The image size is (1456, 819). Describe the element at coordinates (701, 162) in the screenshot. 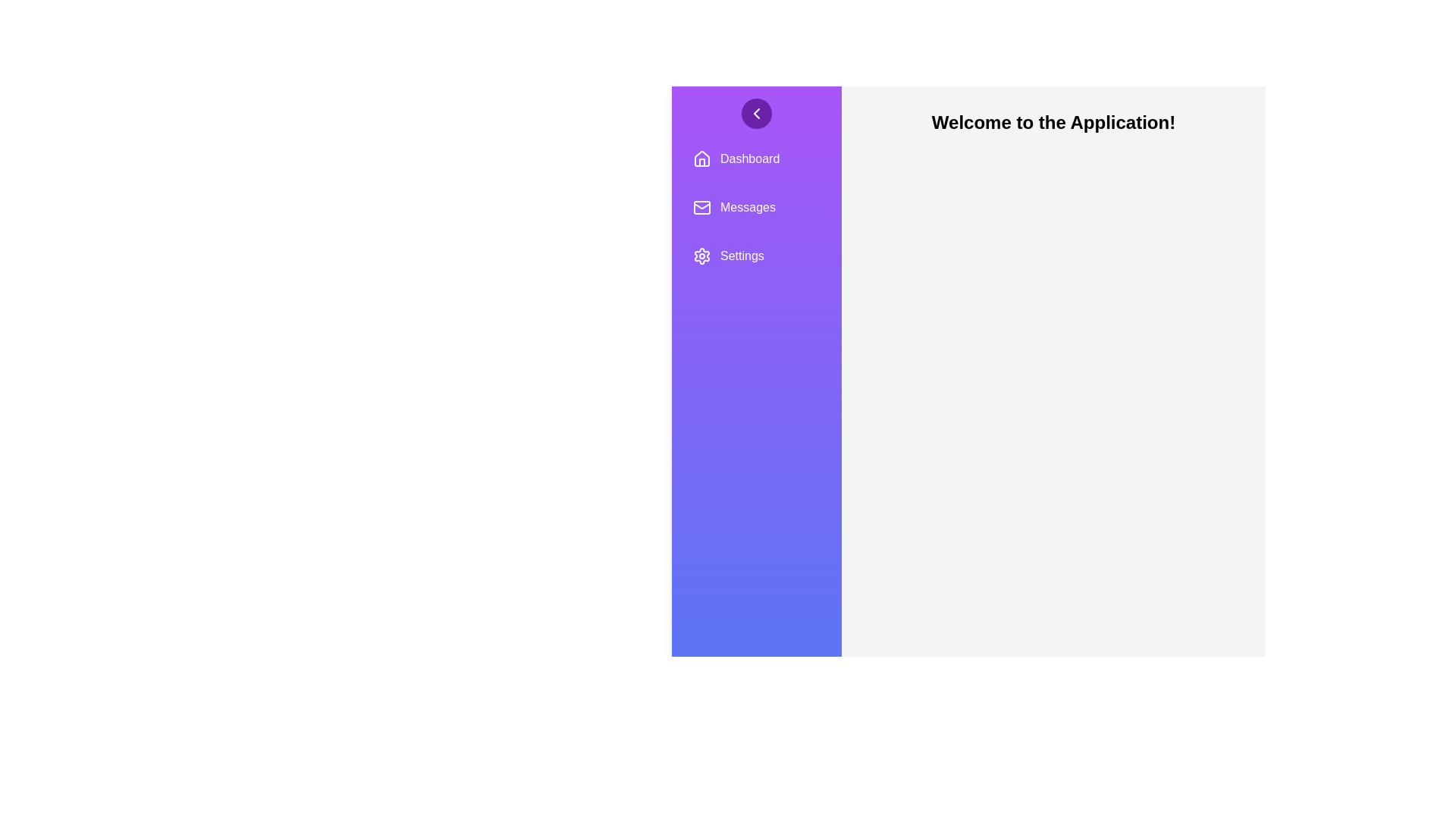

I see `the vertical rectangular component representing the door area of the house icon in the sidebar interface` at that location.